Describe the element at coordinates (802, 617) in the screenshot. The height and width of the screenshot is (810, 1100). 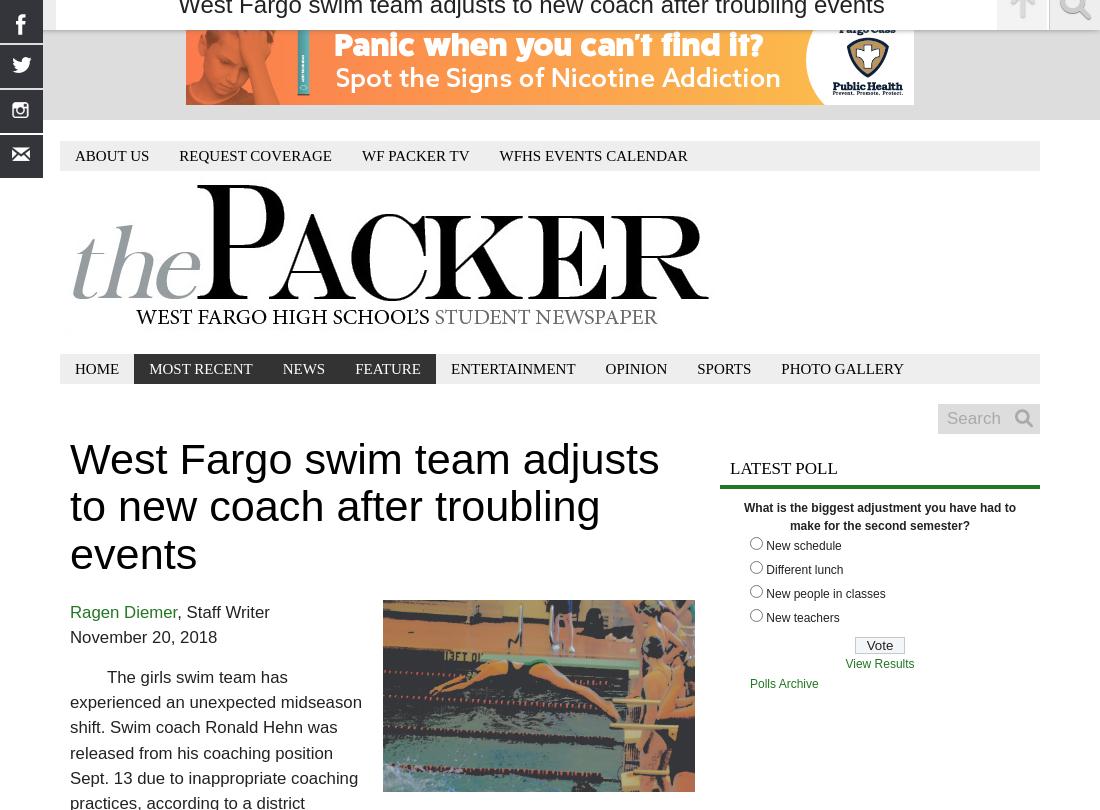
I see `'New teachers'` at that location.